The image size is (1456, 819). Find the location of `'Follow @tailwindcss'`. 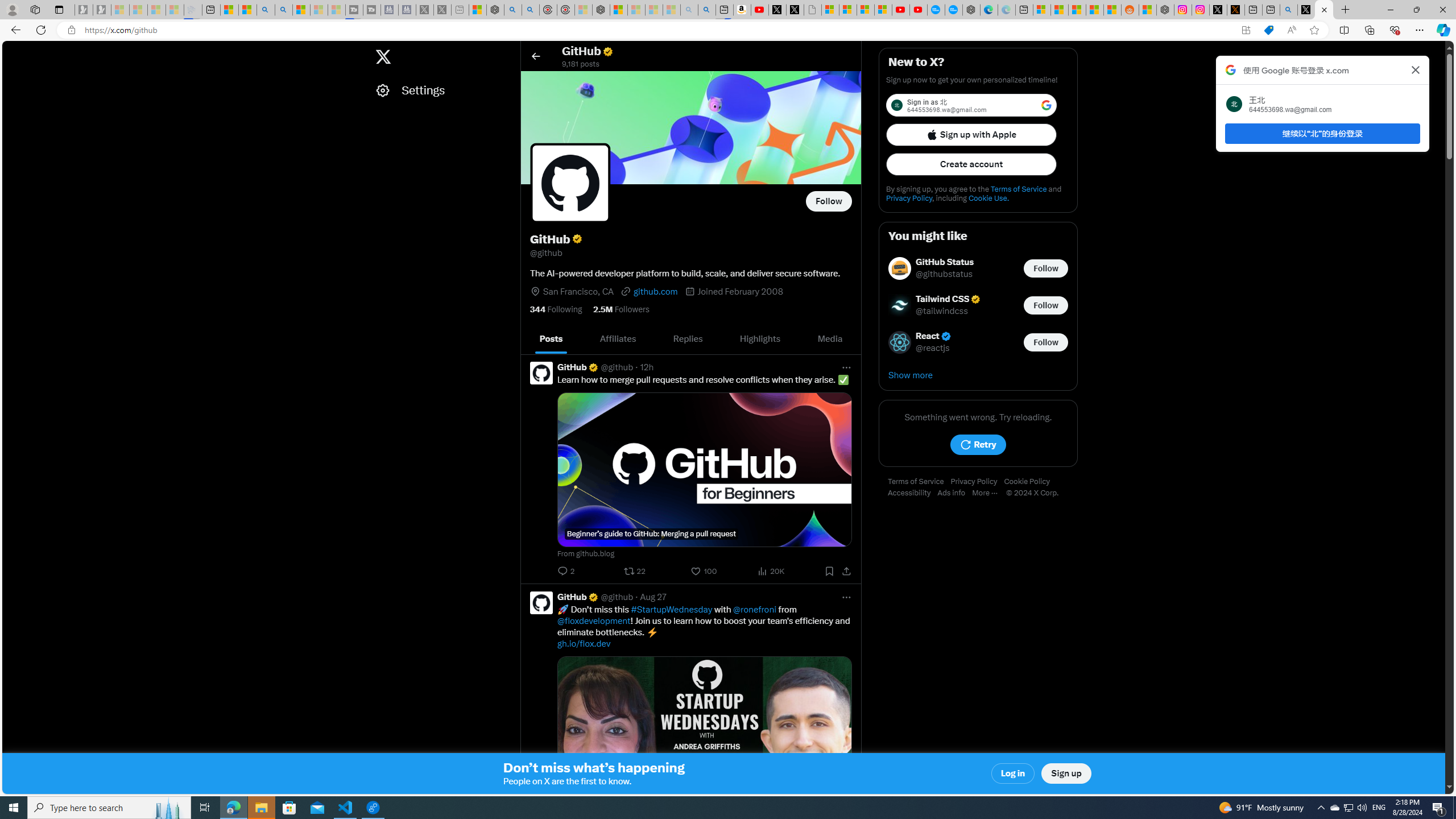

'Follow @tailwindcss' is located at coordinates (1045, 305).